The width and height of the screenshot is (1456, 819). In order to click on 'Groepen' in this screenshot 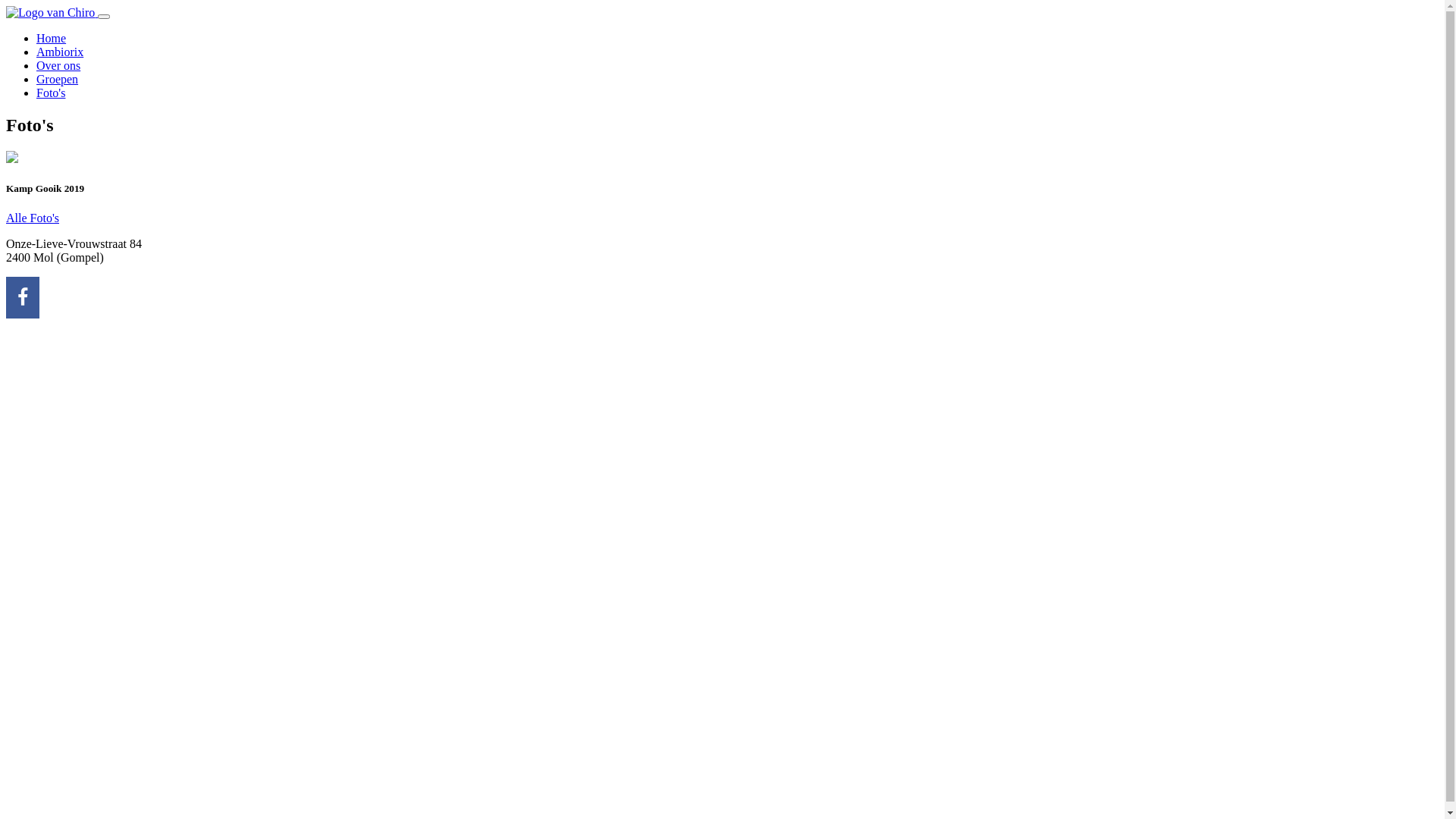, I will do `click(36, 79)`.